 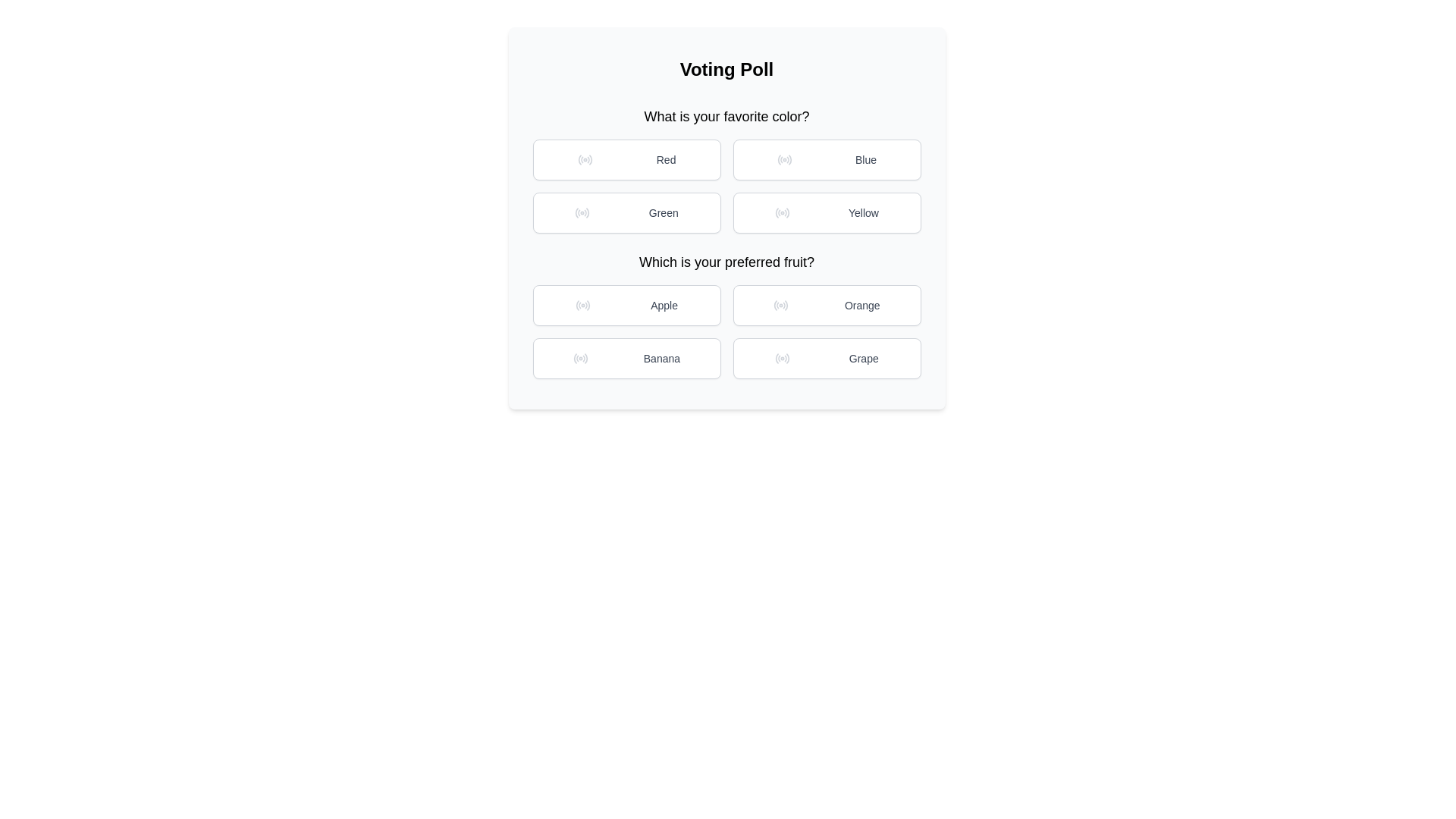 I want to click on the selectable radio button option labeled 'Banana' in the poll section 'Which is your preferred fruit?' to observe the hover effect, so click(x=626, y=359).